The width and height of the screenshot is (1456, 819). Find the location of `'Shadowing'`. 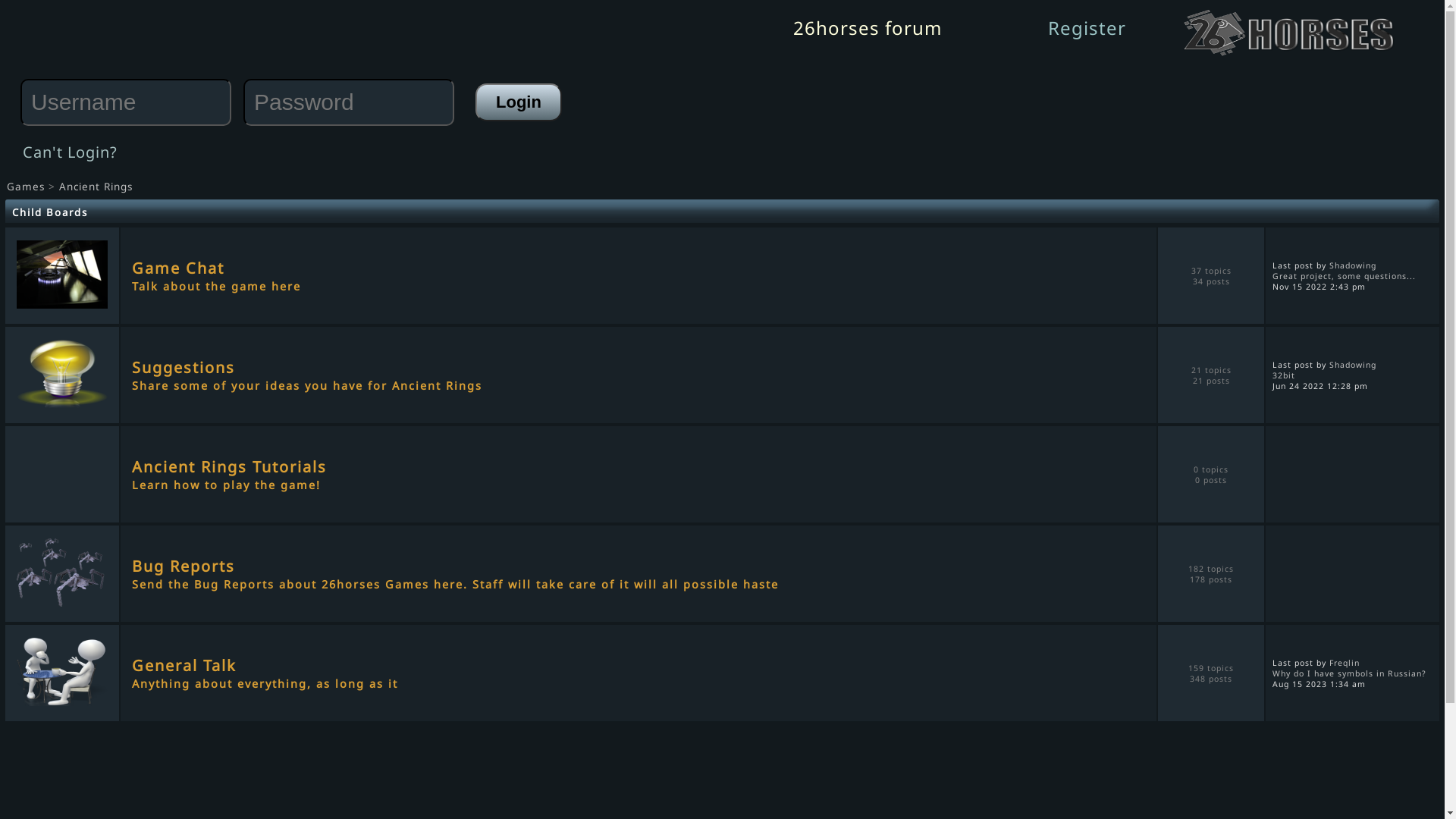

'Shadowing' is located at coordinates (1353, 365).